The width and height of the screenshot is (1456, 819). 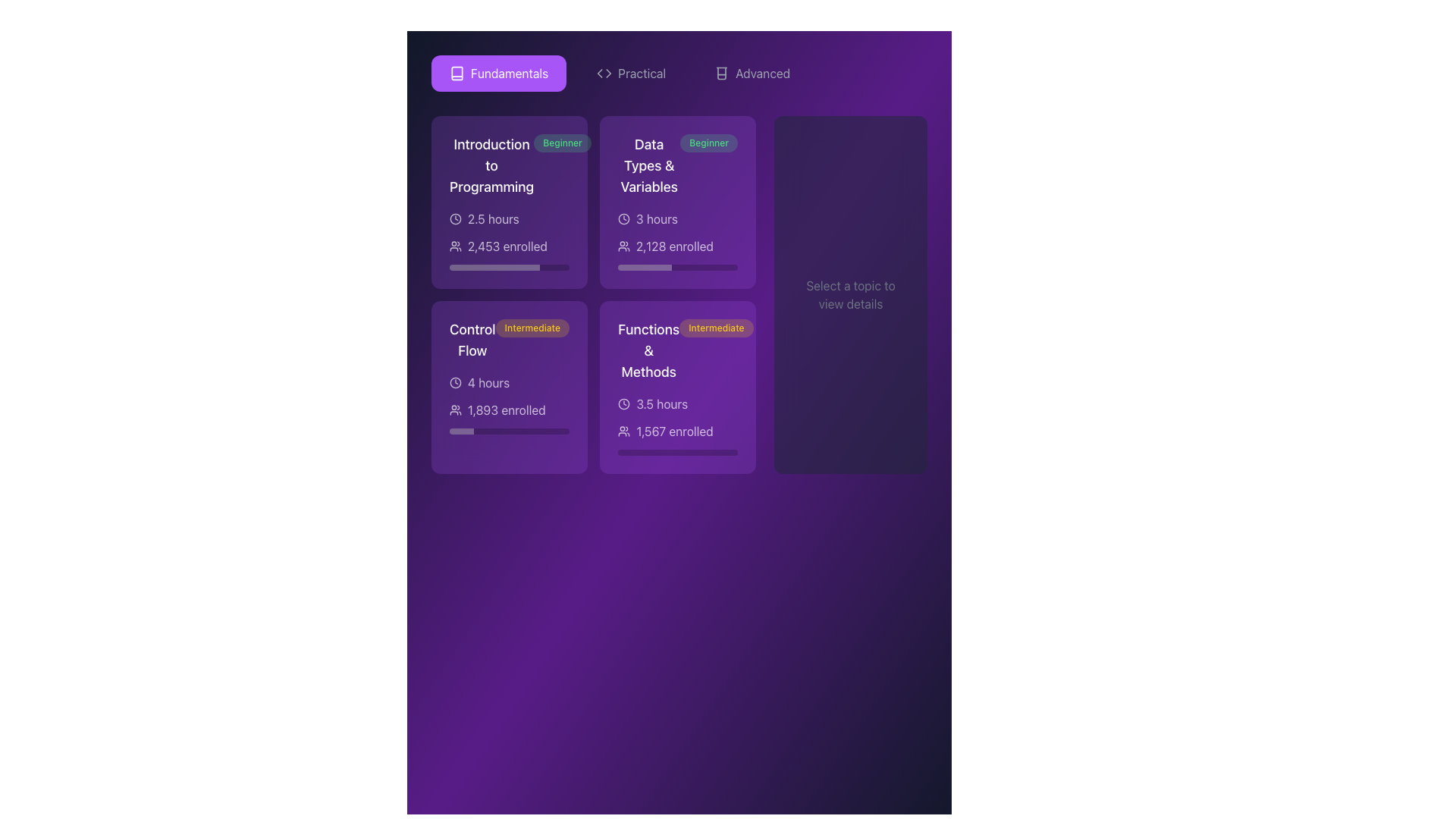 I want to click on the horizontal progress bar located within the 'Introduction to Programming' card, below the text '2,453 enrolled', so click(x=510, y=267).